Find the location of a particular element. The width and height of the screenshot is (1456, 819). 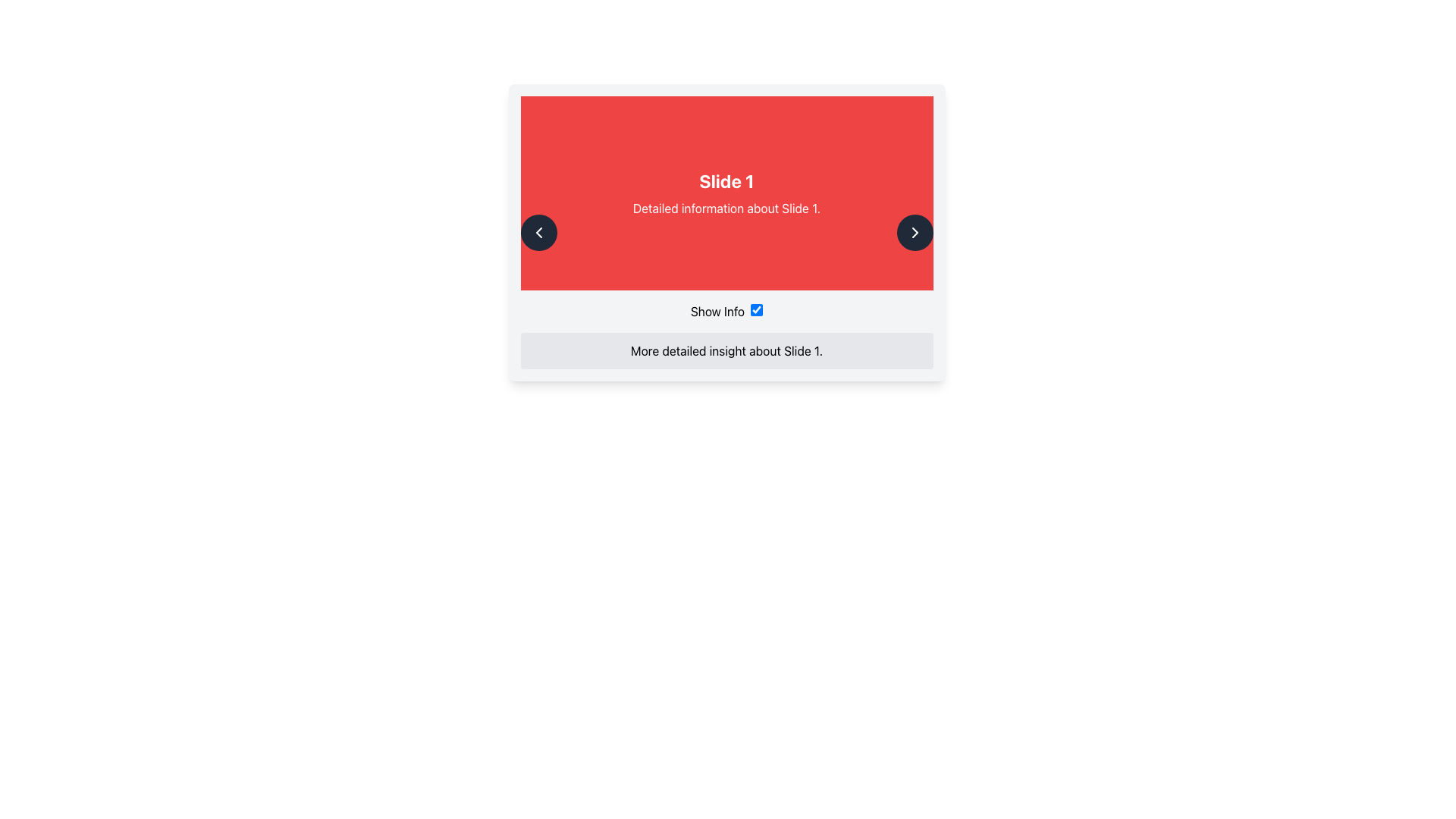

the checkbox located to the right of the 'Show Info' label is located at coordinates (757, 309).